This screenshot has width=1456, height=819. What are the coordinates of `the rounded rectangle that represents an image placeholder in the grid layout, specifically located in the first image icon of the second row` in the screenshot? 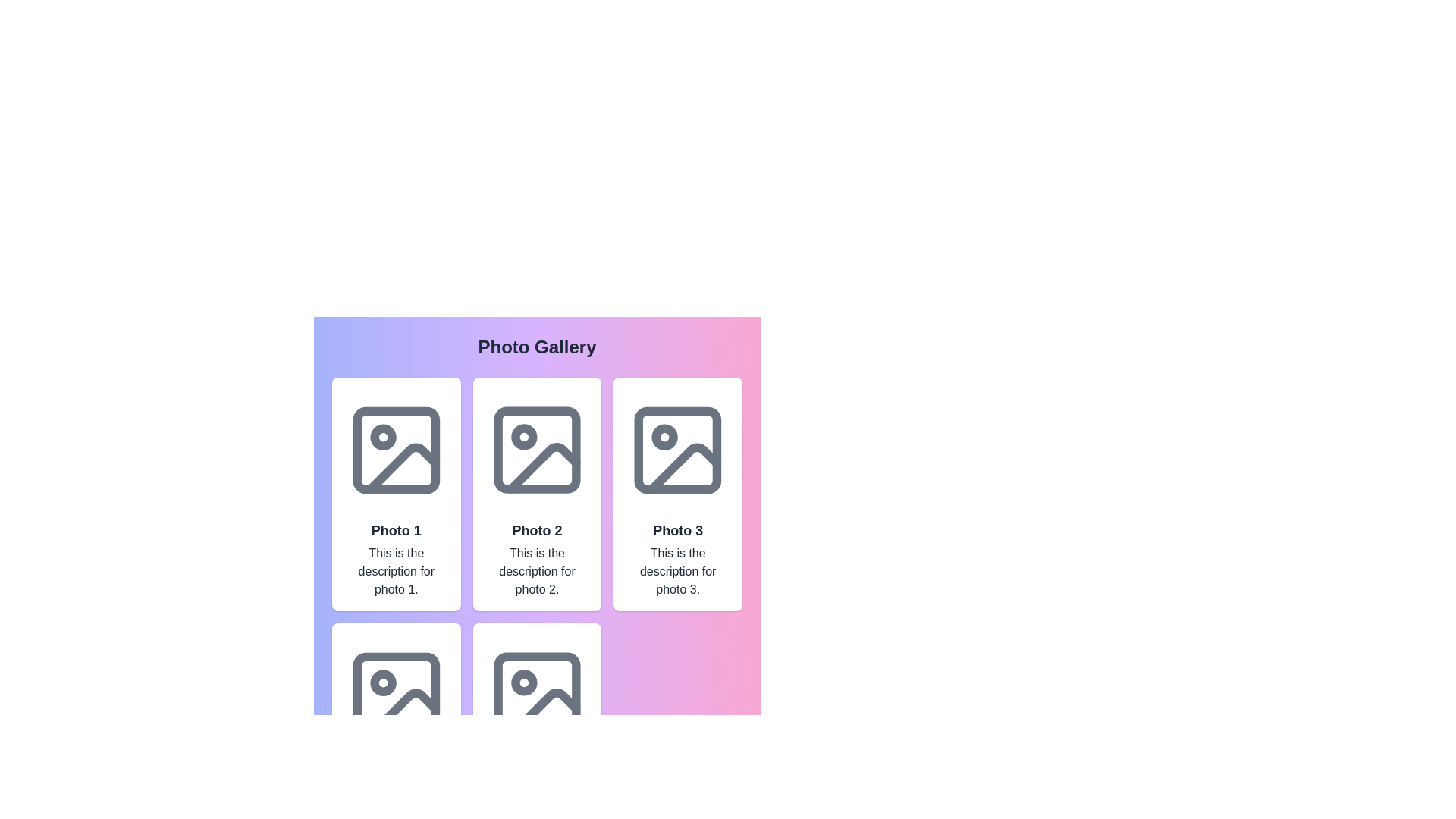 It's located at (396, 696).